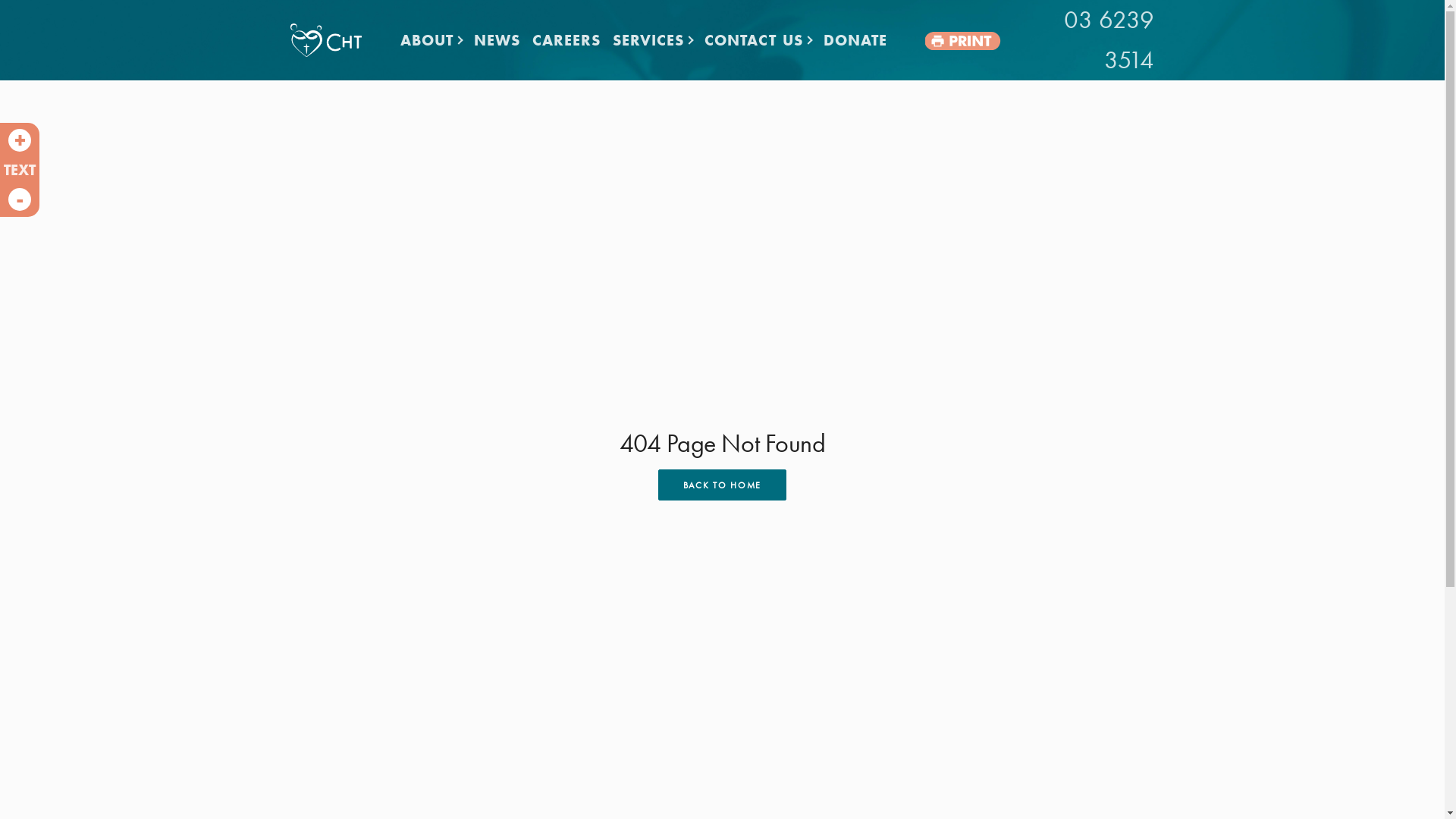 Image resolution: width=1456 pixels, height=819 pixels. What do you see at coordinates (758, 39) in the screenshot?
I see `'CONTACT US'` at bounding box center [758, 39].